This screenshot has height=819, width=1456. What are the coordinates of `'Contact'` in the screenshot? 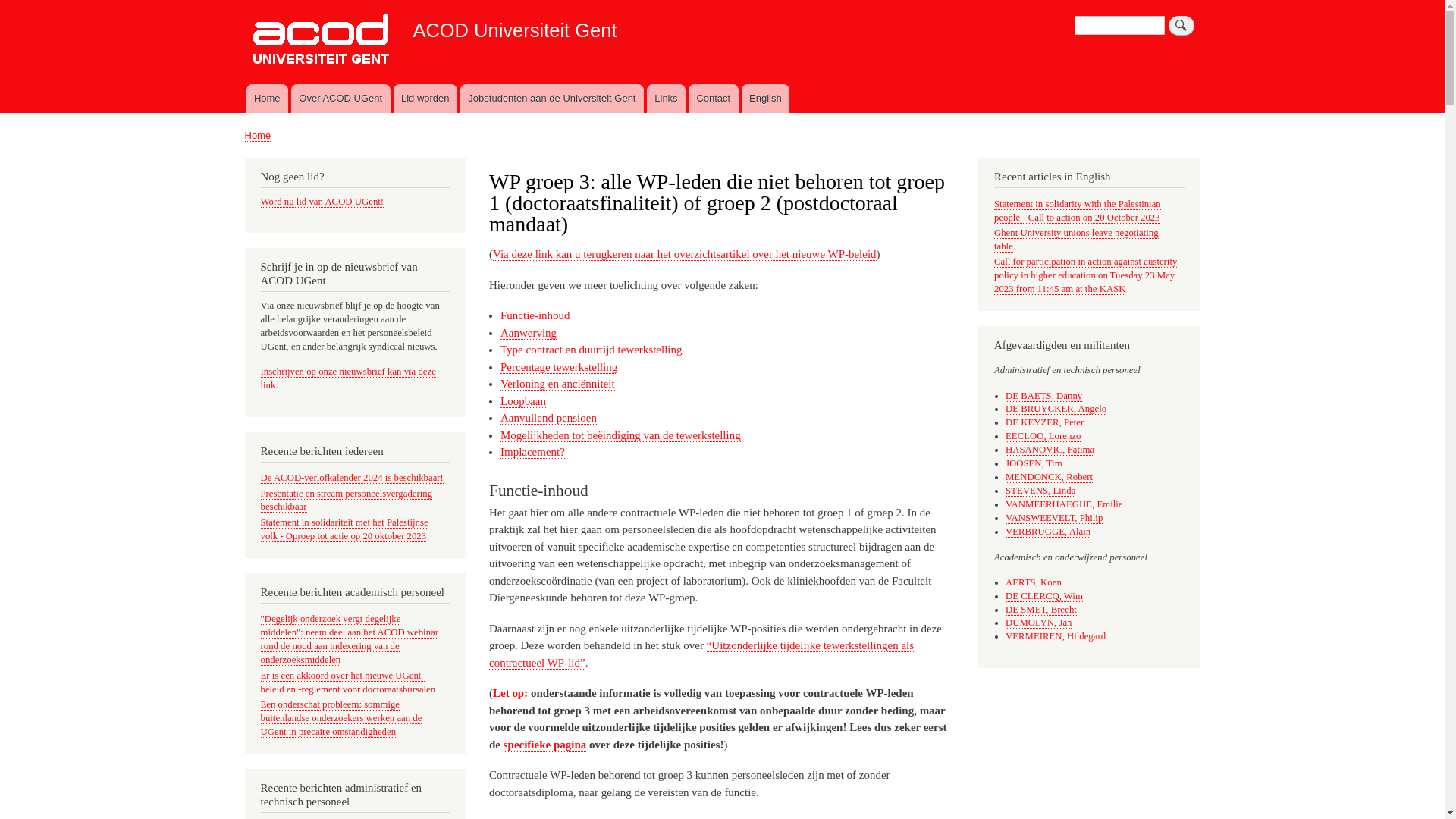 It's located at (712, 99).